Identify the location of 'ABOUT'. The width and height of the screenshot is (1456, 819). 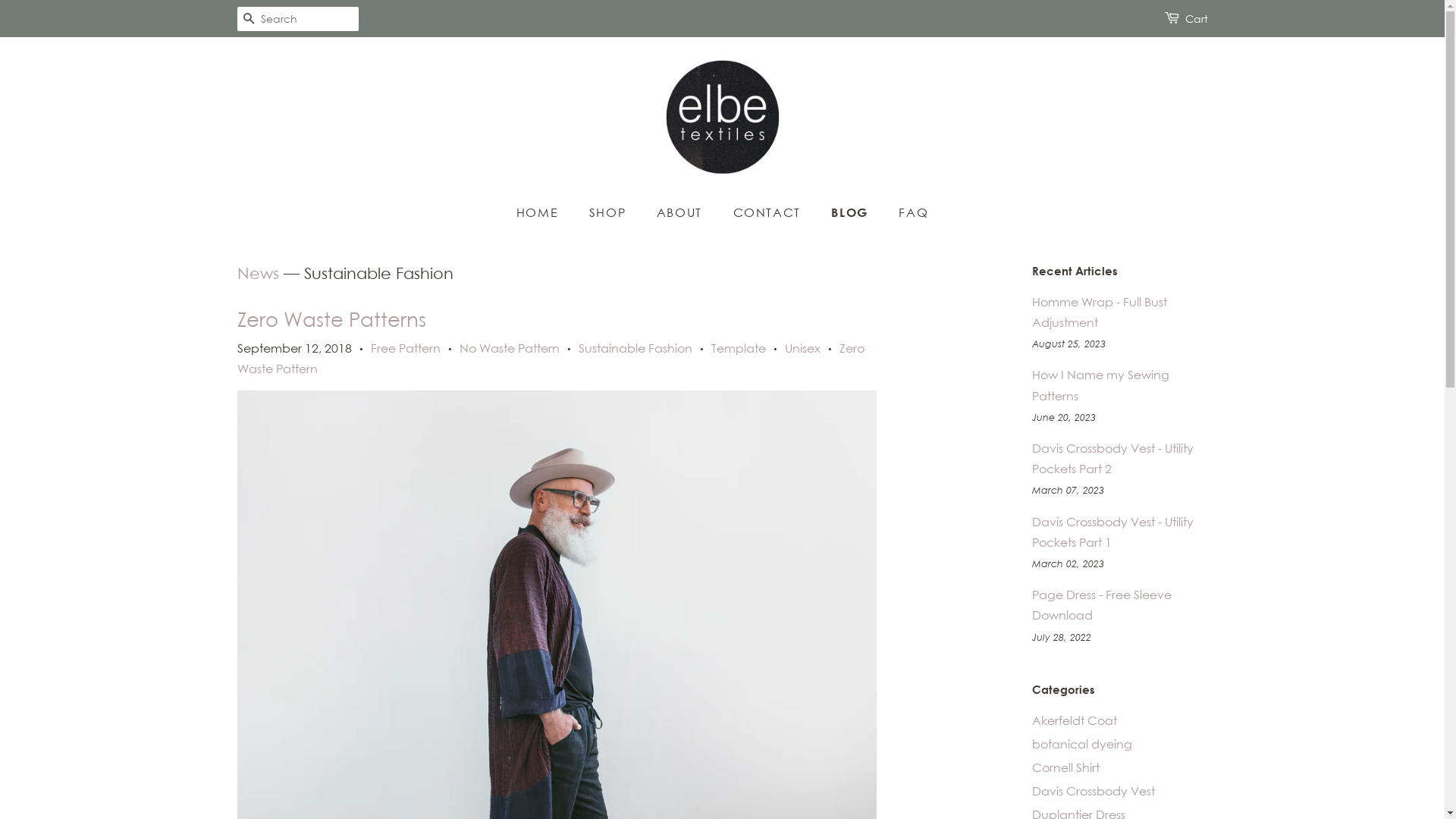
(680, 212).